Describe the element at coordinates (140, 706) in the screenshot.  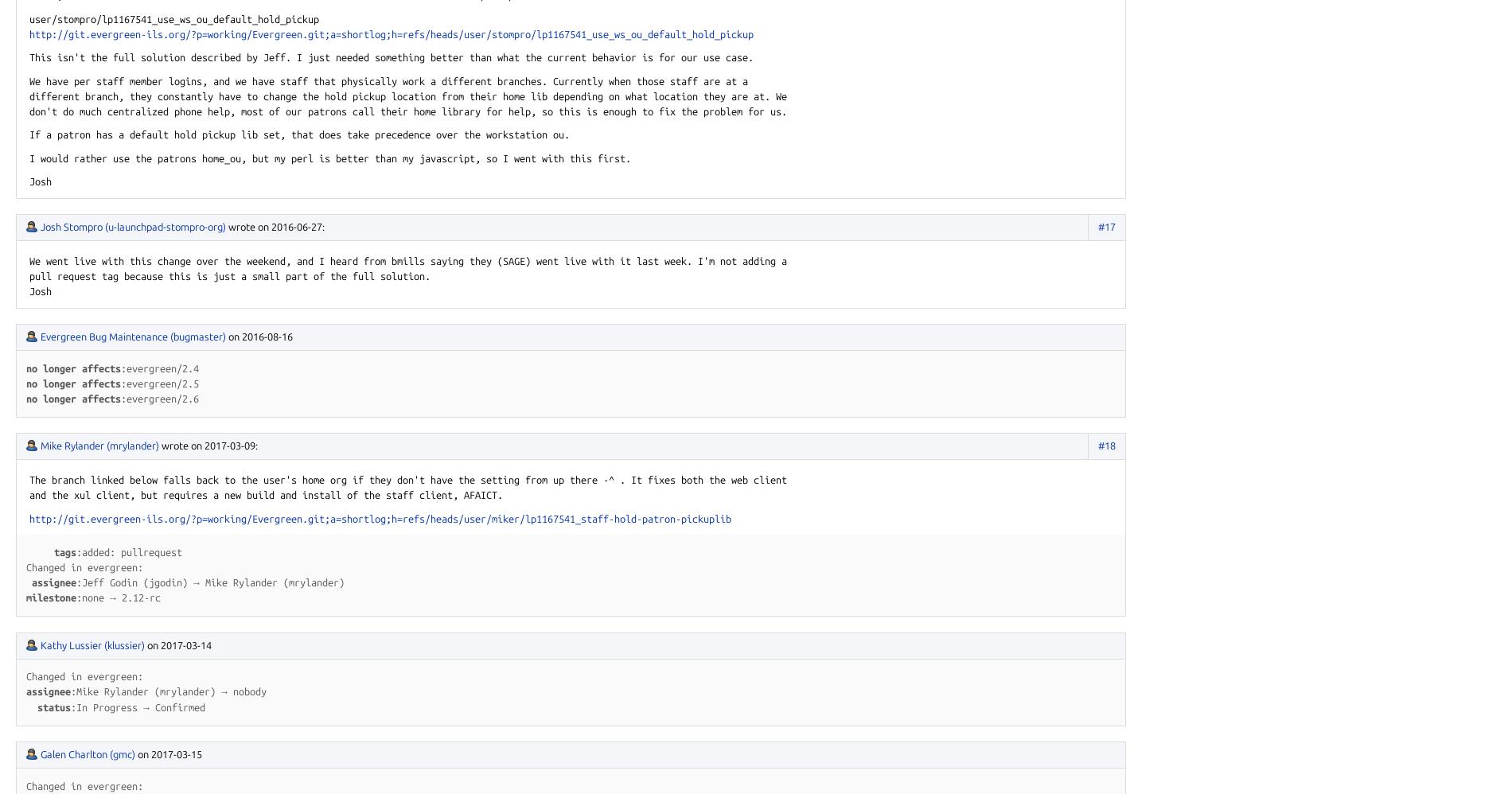
I see `'In Progress → Confirmed'` at that location.